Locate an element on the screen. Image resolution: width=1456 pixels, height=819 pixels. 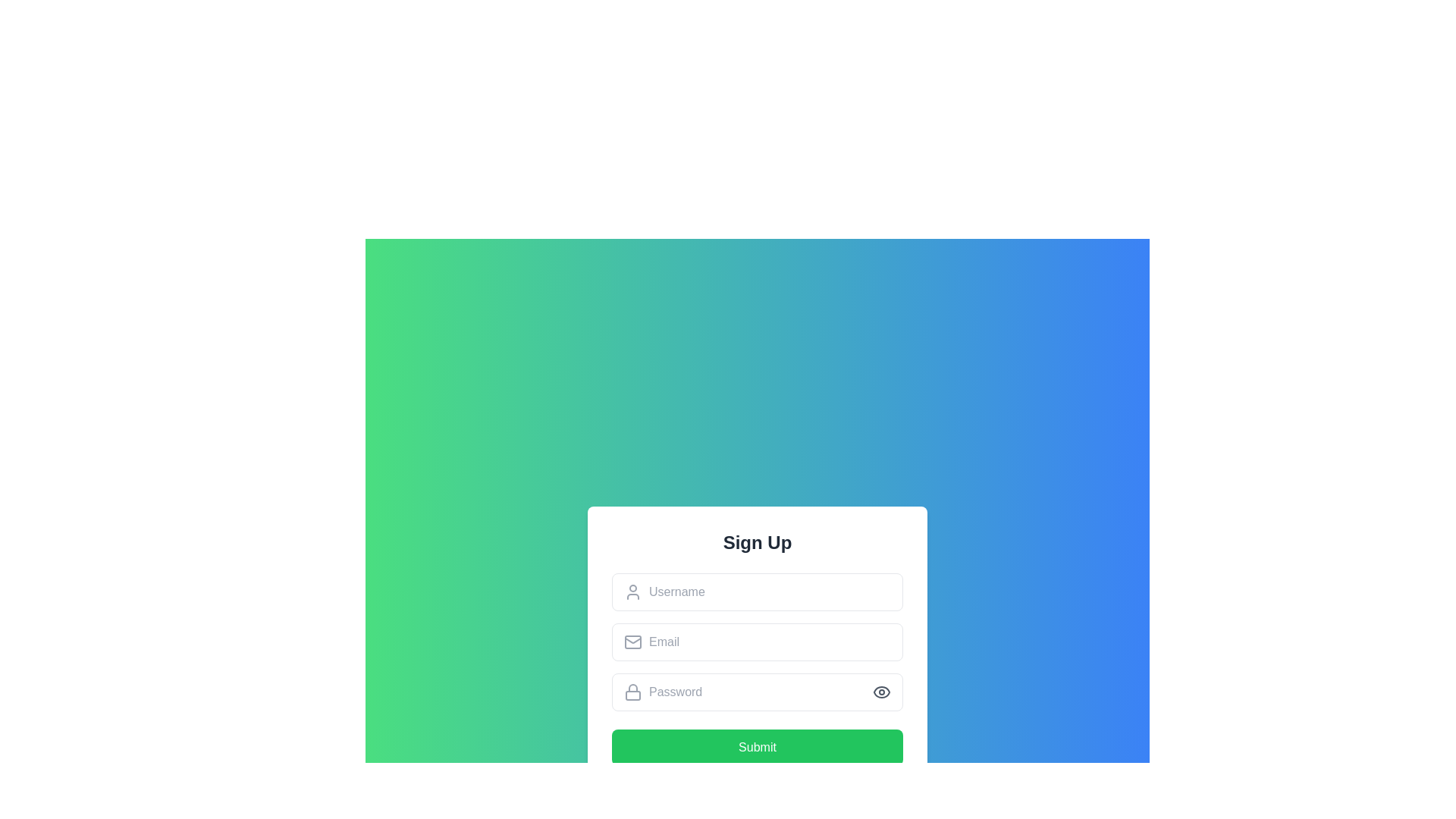
the lock icon located to the left of the 'Password' input field, which has a rounded top and rectangular base in a grayscale color scheme is located at coordinates (633, 692).